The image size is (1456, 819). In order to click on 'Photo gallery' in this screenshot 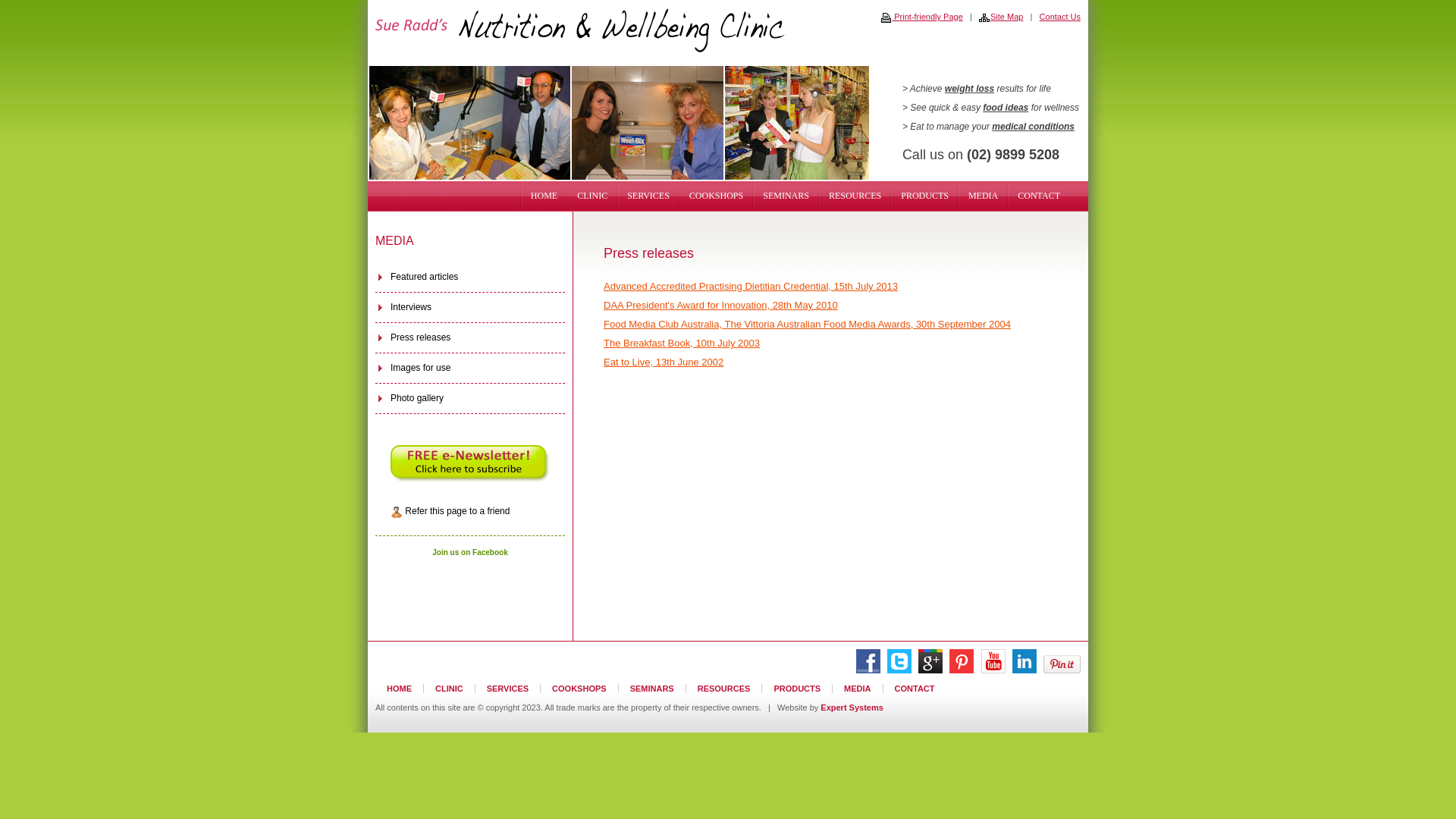, I will do `click(375, 397)`.